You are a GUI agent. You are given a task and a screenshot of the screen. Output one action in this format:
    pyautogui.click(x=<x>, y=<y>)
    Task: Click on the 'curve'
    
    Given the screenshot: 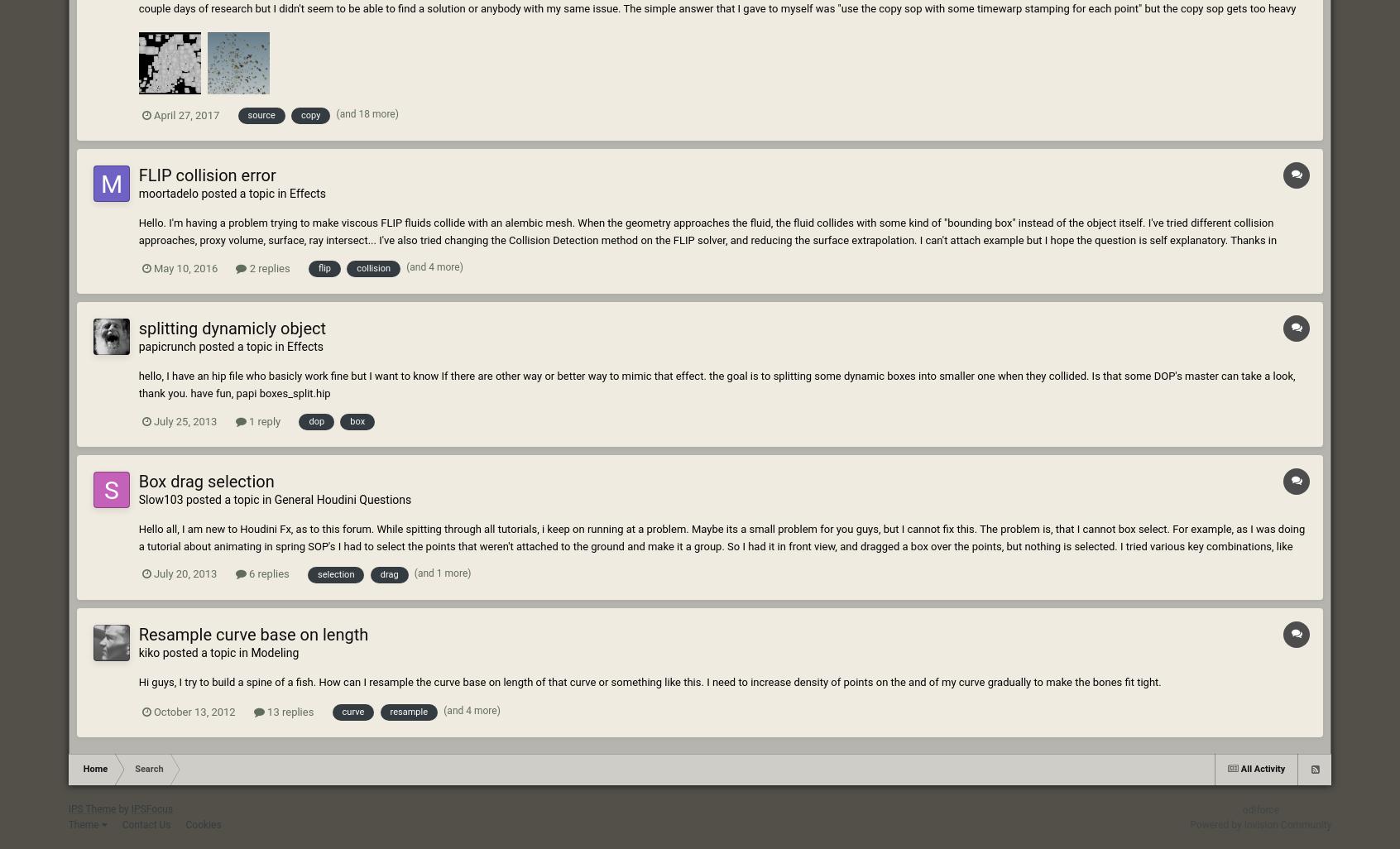 What is the action you would take?
    pyautogui.click(x=352, y=712)
    